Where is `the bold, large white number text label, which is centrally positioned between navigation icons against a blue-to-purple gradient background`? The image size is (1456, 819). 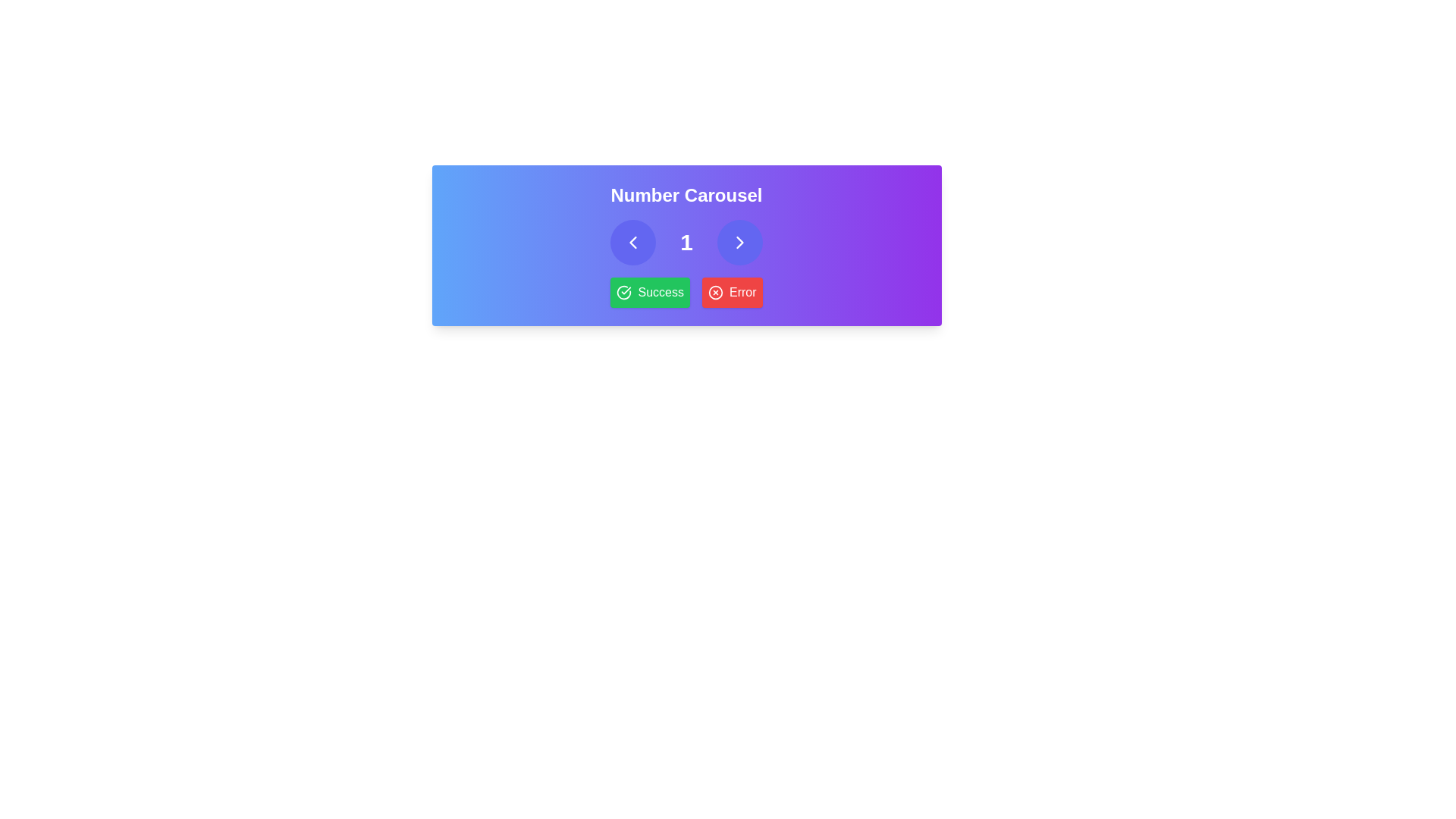
the bold, large white number text label, which is centrally positioned between navigation icons against a blue-to-purple gradient background is located at coordinates (686, 242).